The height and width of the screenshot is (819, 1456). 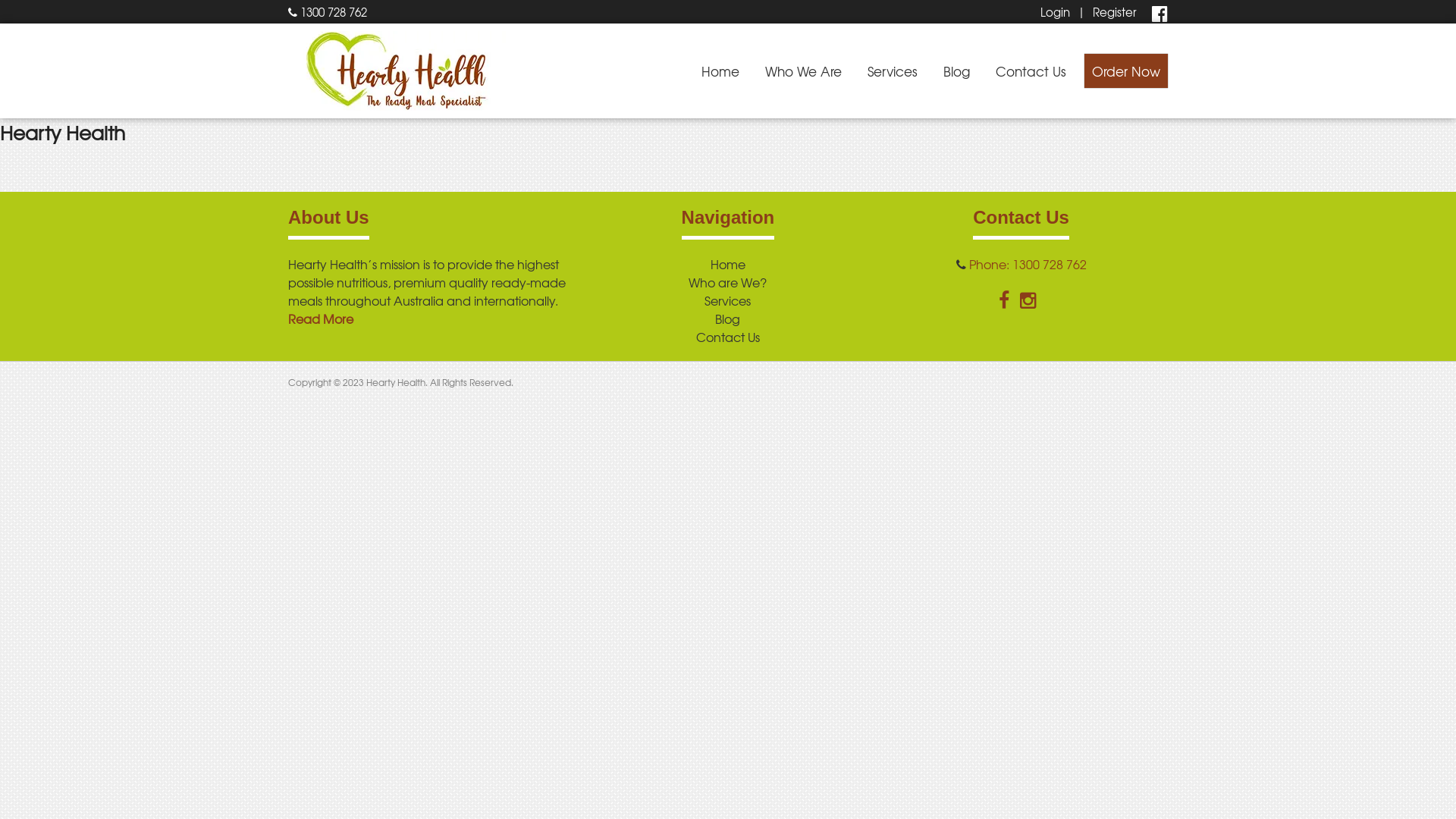 I want to click on 'Home', so click(x=709, y=262).